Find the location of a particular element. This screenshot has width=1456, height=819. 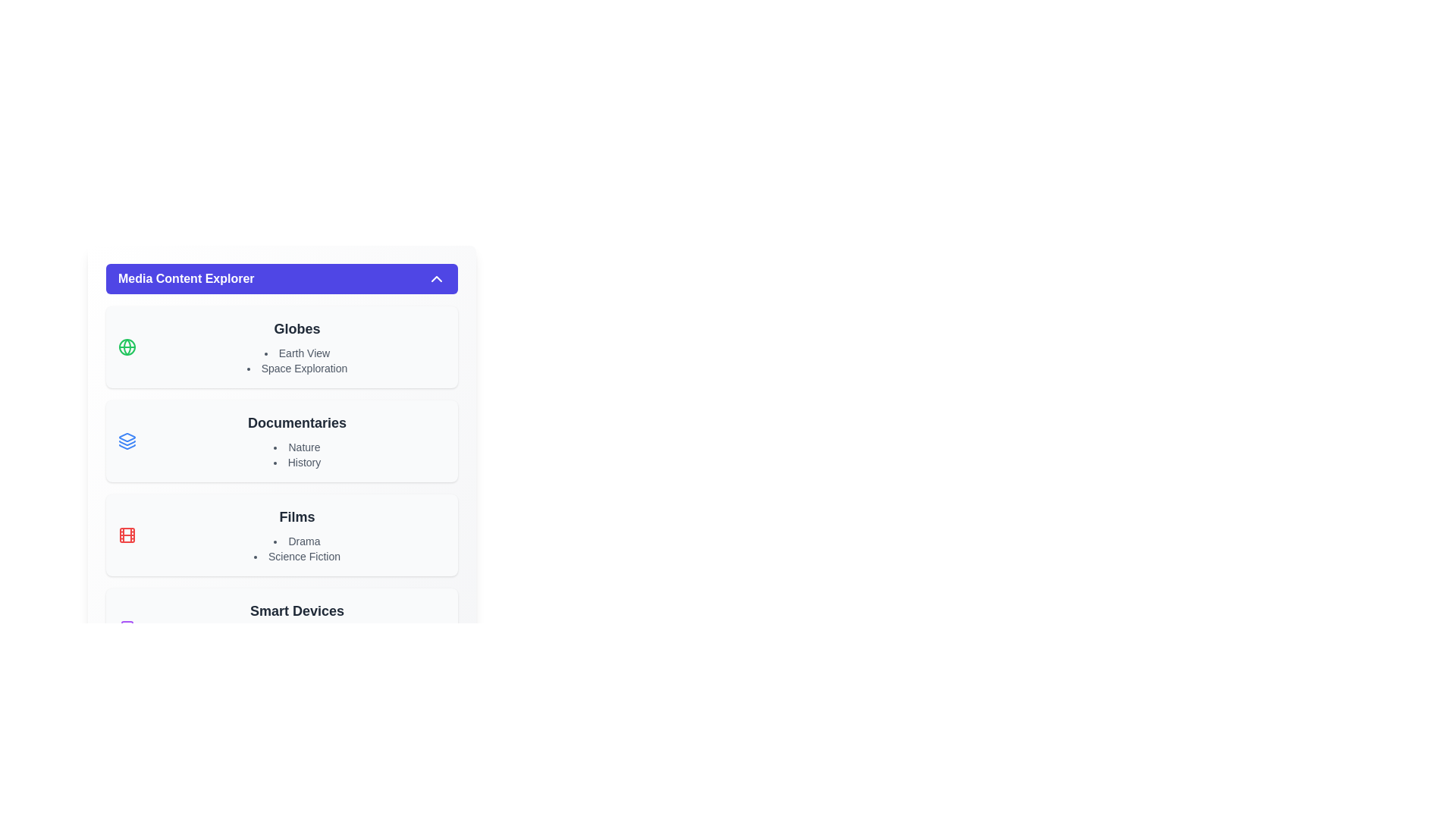

the Toggle Button labeled 'Media Content Explorer' with an indigo background is located at coordinates (282, 278).